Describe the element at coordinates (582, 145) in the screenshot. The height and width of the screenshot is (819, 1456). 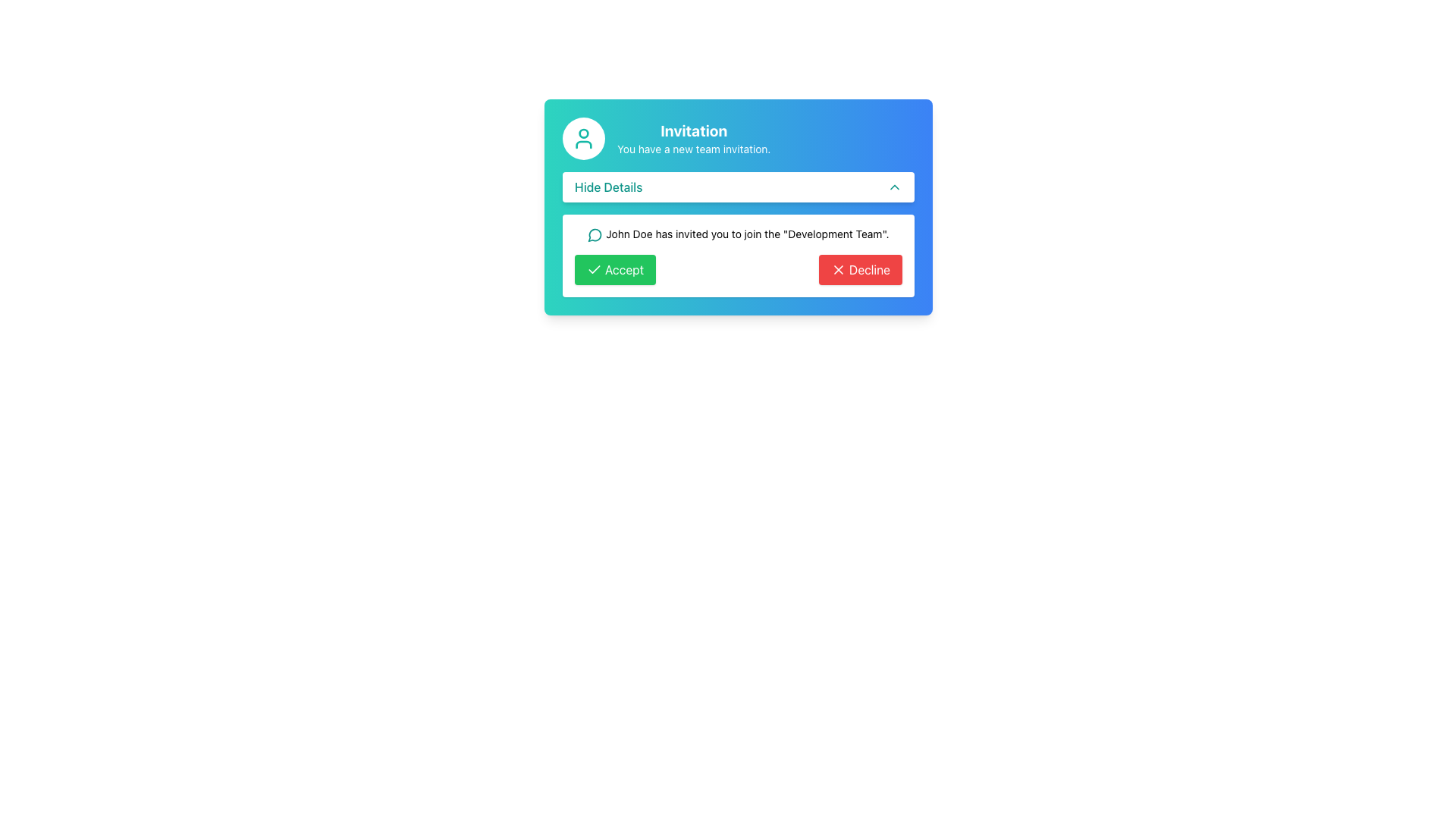
I see `lower portion of the user icon component in the SVG, which represents the shoulders or torso of the user, by opening the developer tools` at that location.